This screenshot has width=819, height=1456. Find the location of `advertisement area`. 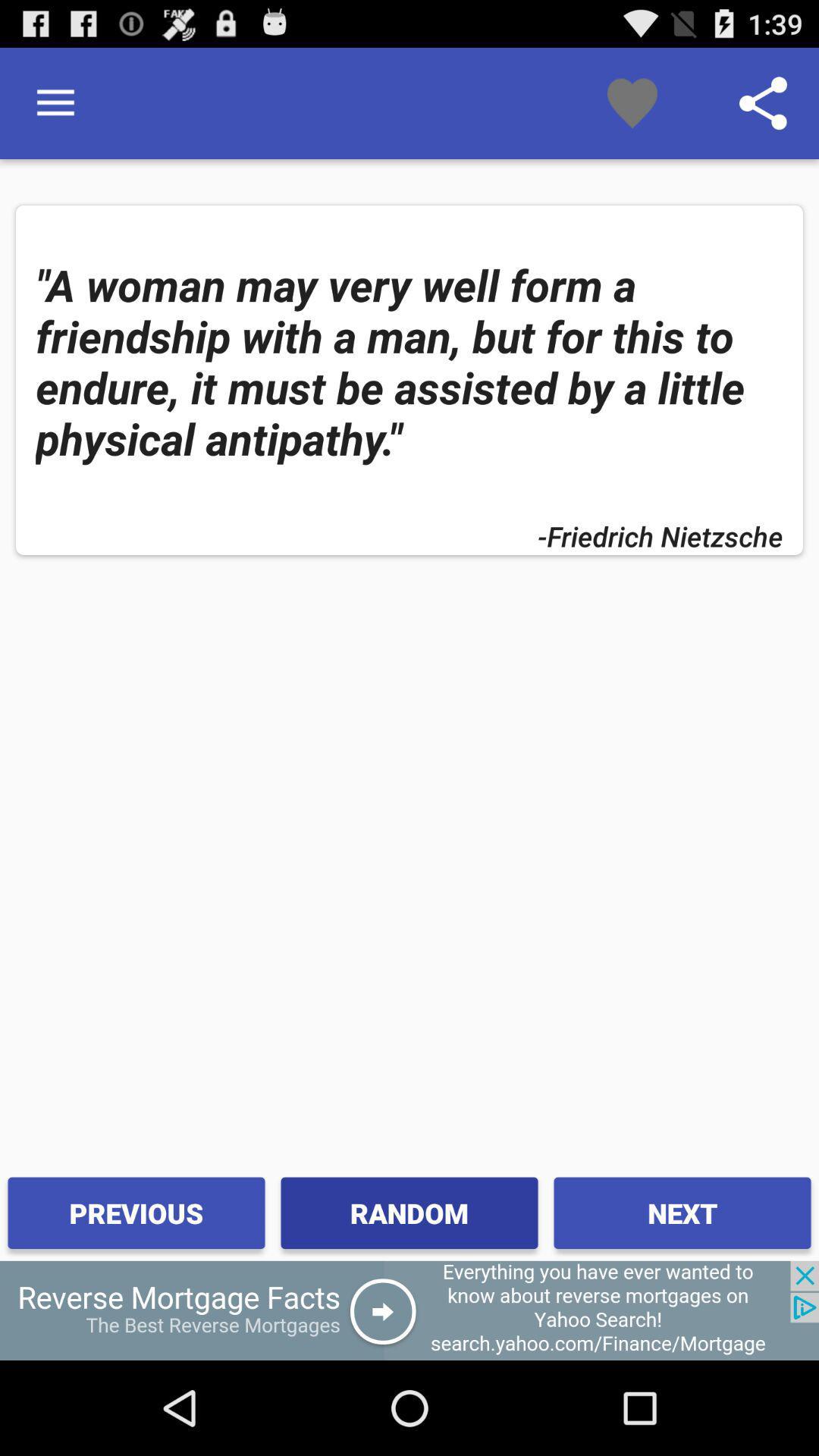

advertisement area is located at coordinates (409, 1310).